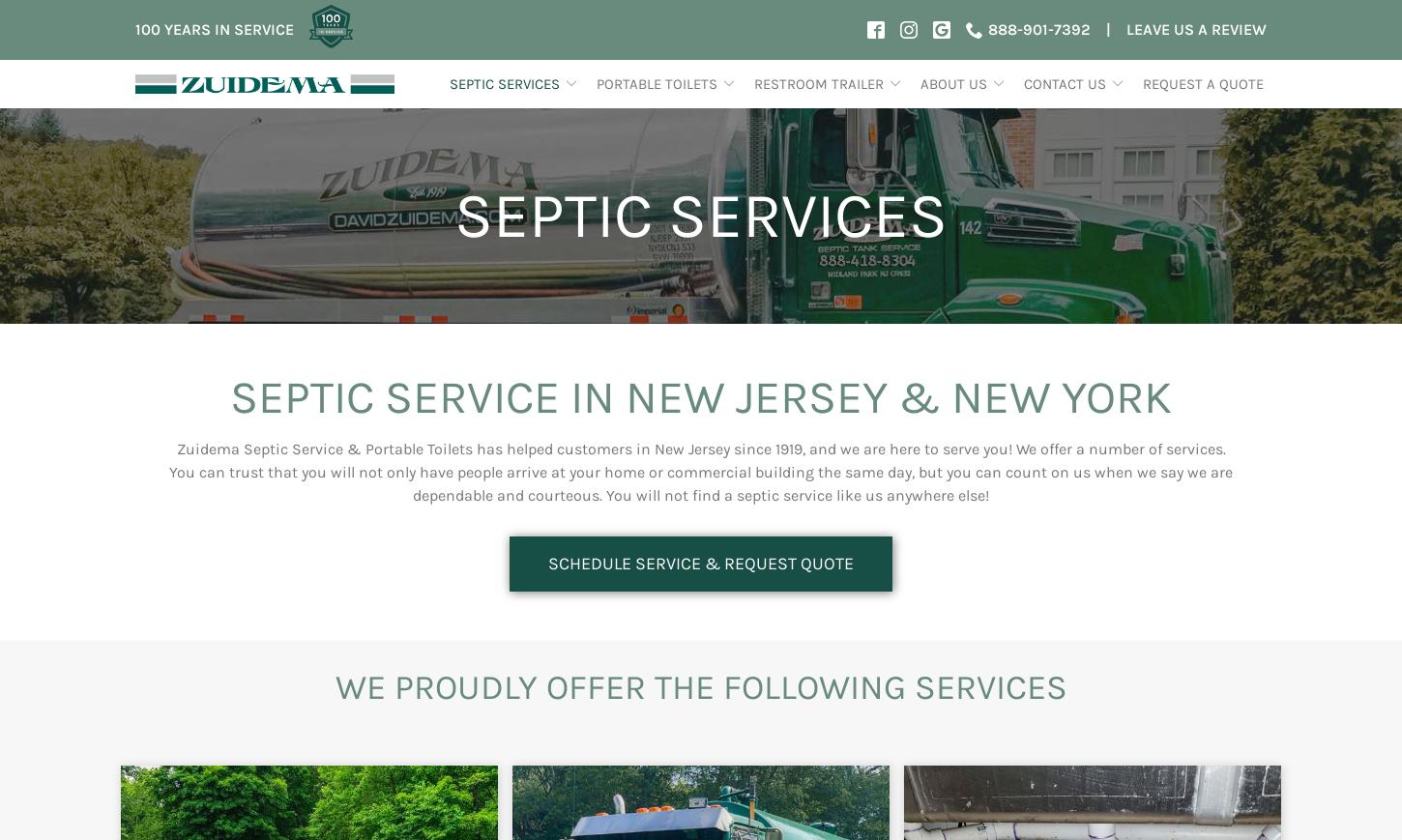  Describe the element at coordinates (1113, 170) in the screenshot. I see `'Rockland County, NJ'` at that location.